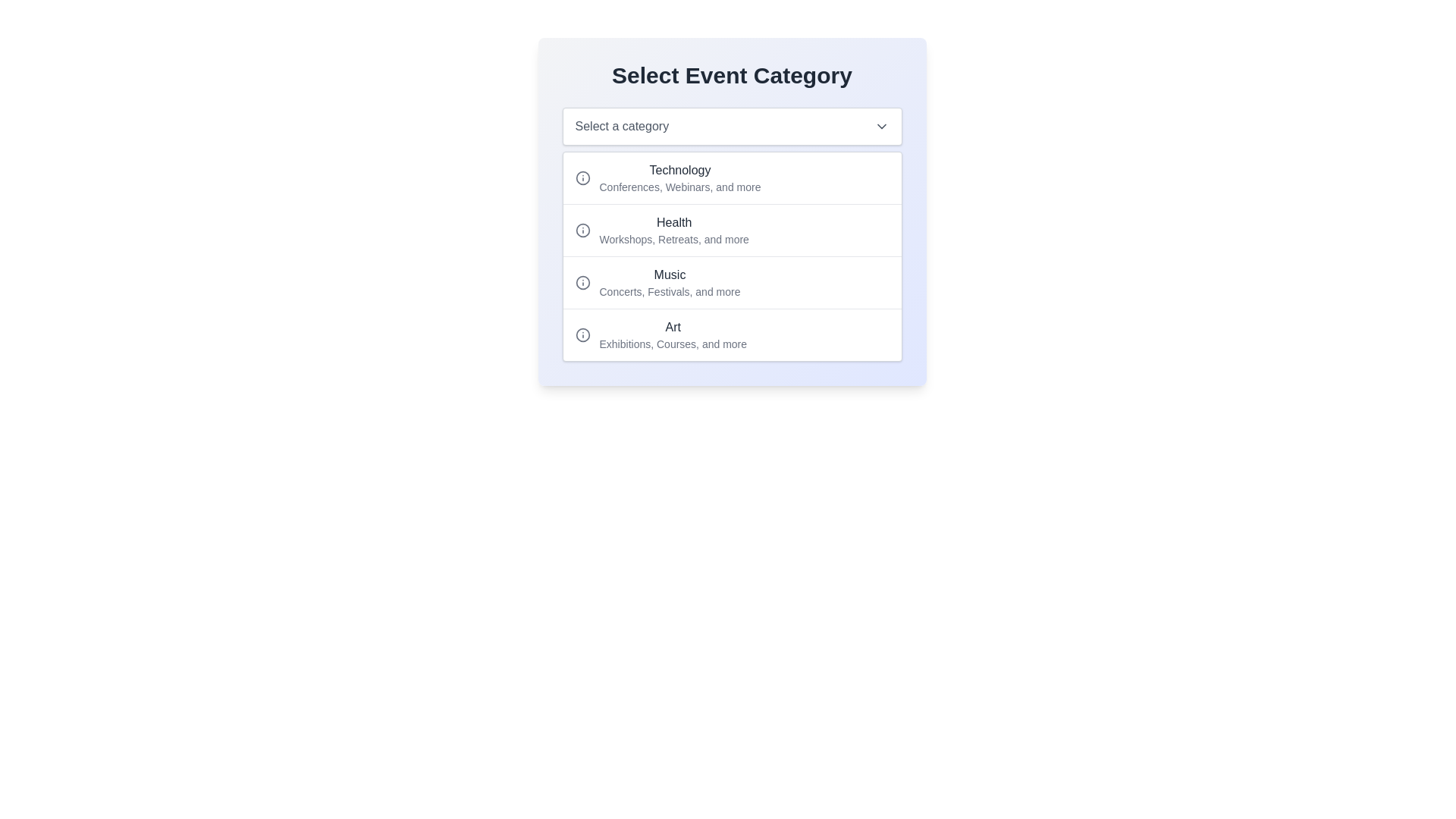 The image size is (1456, 819). What do you see at coordinates (582, 283) in the screenshot?
I see `the circular icon associated with the 'Music' category option, which is the third item in the vertically stacked list` at bounding box center [582, 283].